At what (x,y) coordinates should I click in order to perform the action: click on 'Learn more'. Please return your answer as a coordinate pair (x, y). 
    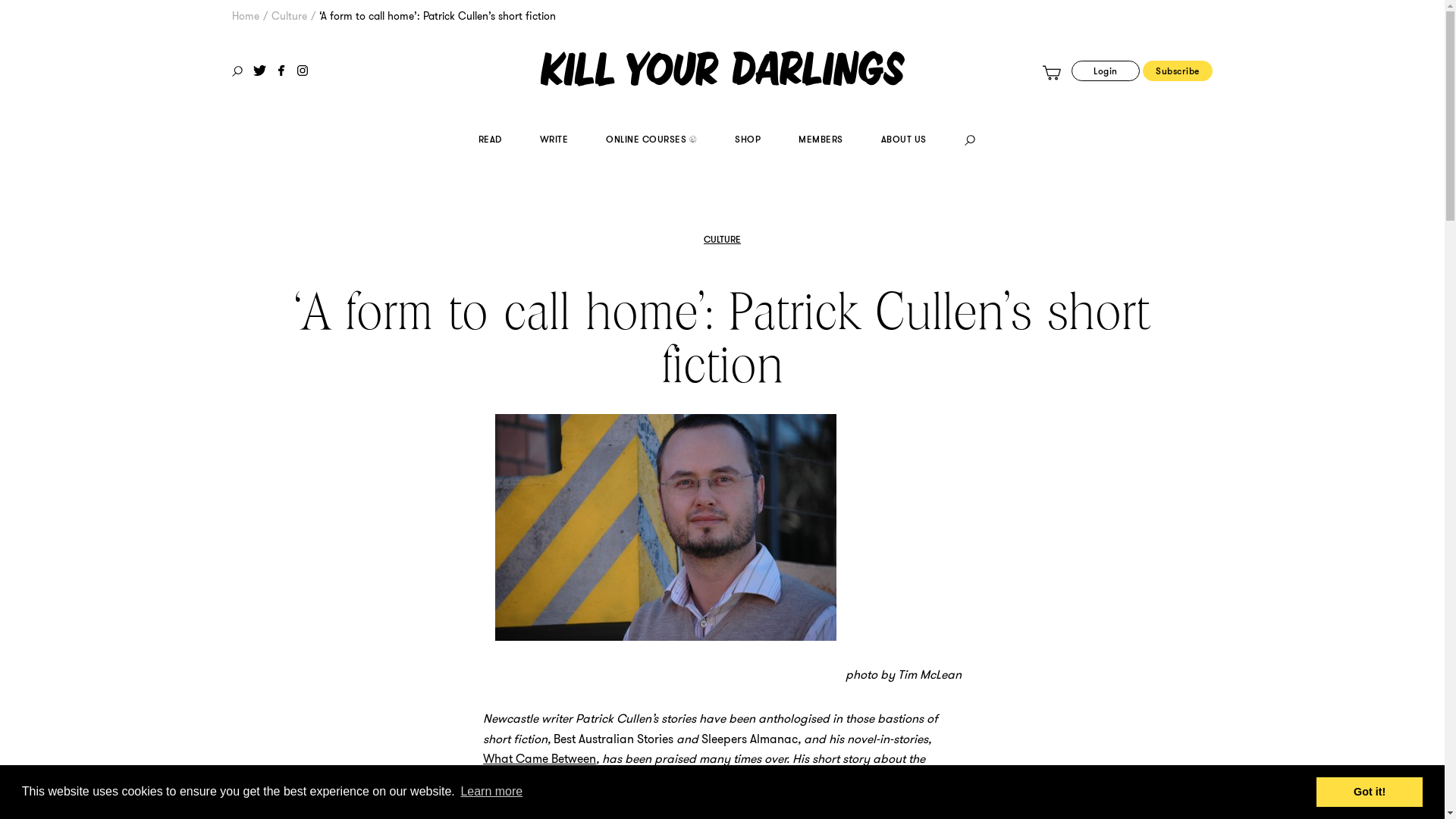
    Looking at the image, I should click on (457, 791).